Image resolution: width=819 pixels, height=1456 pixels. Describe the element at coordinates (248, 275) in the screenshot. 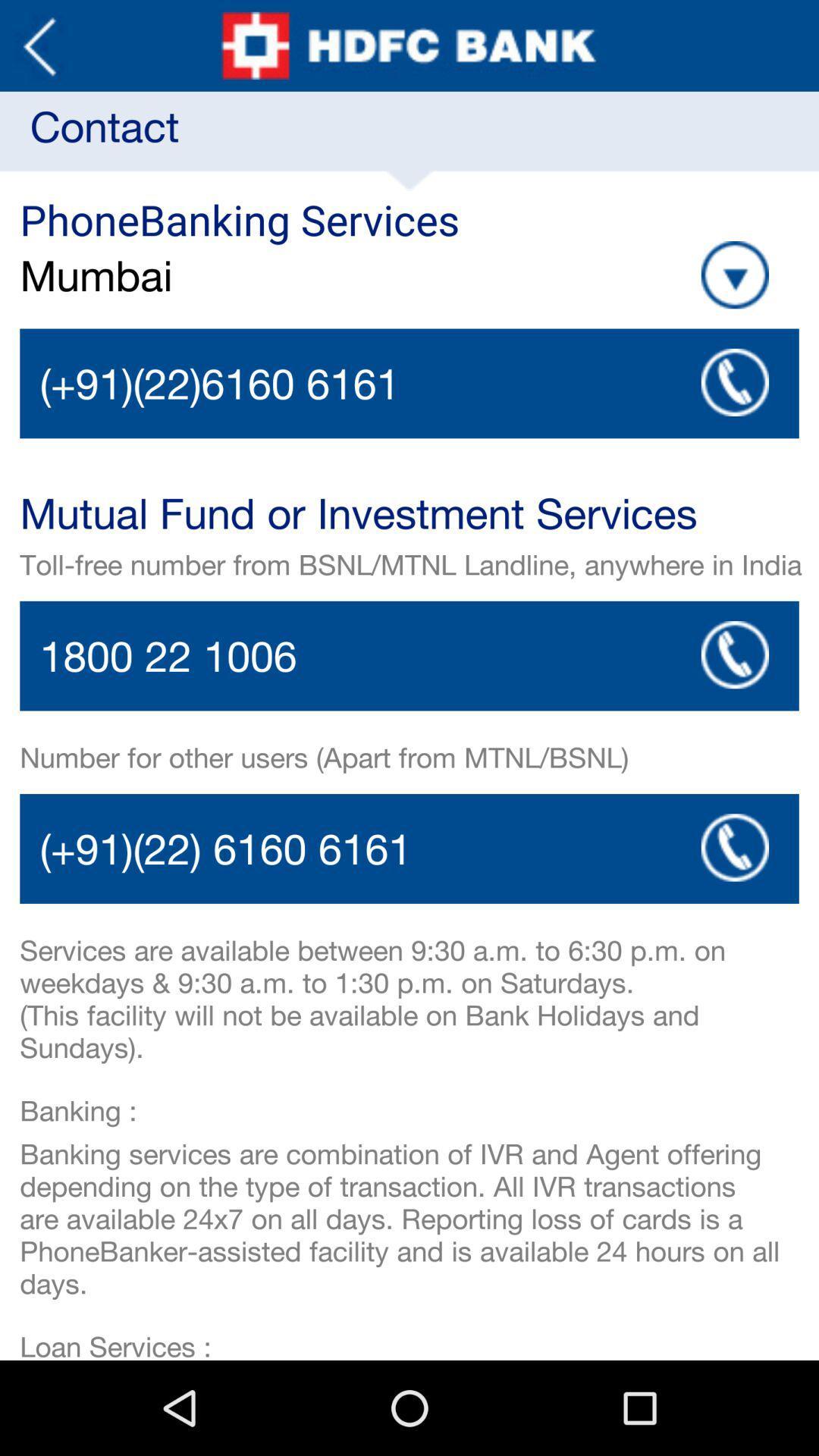

I see `mumbai item` at that location.